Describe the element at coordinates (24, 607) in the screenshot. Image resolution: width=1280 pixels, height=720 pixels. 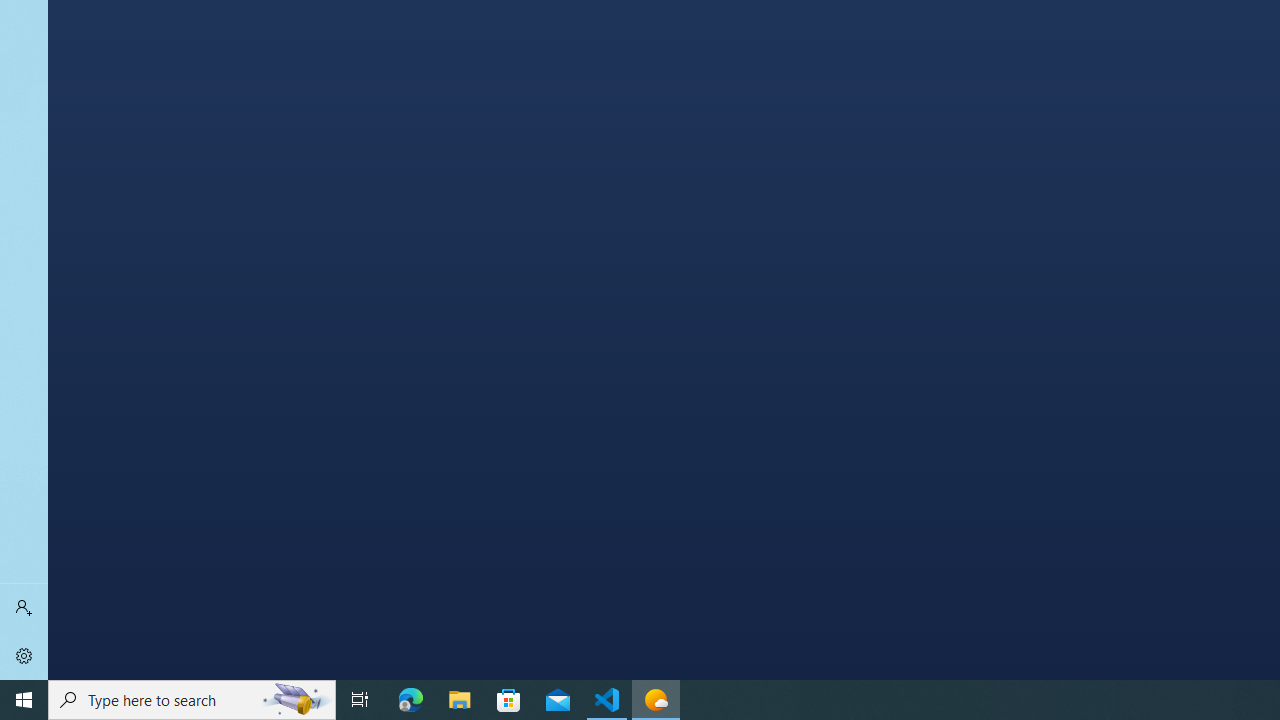
I see `'Sign in'` at that location.